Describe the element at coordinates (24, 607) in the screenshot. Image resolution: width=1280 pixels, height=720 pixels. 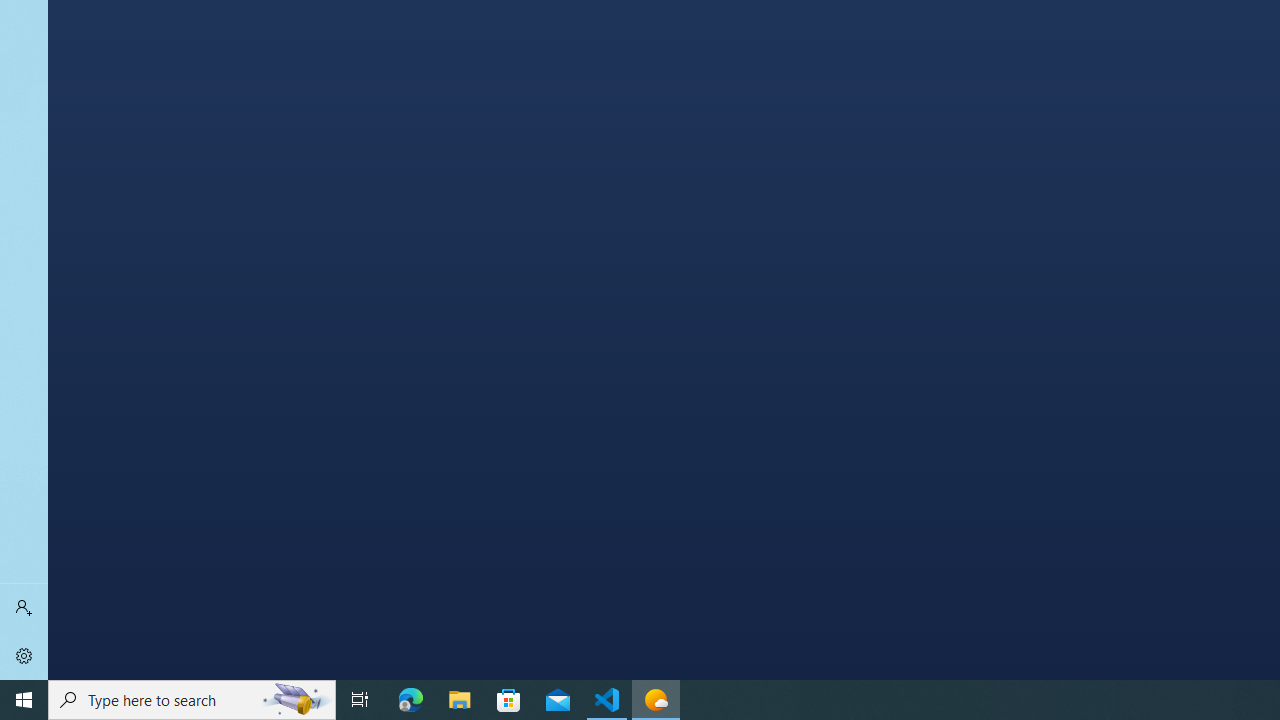
I see `'Sign in'` at that location.